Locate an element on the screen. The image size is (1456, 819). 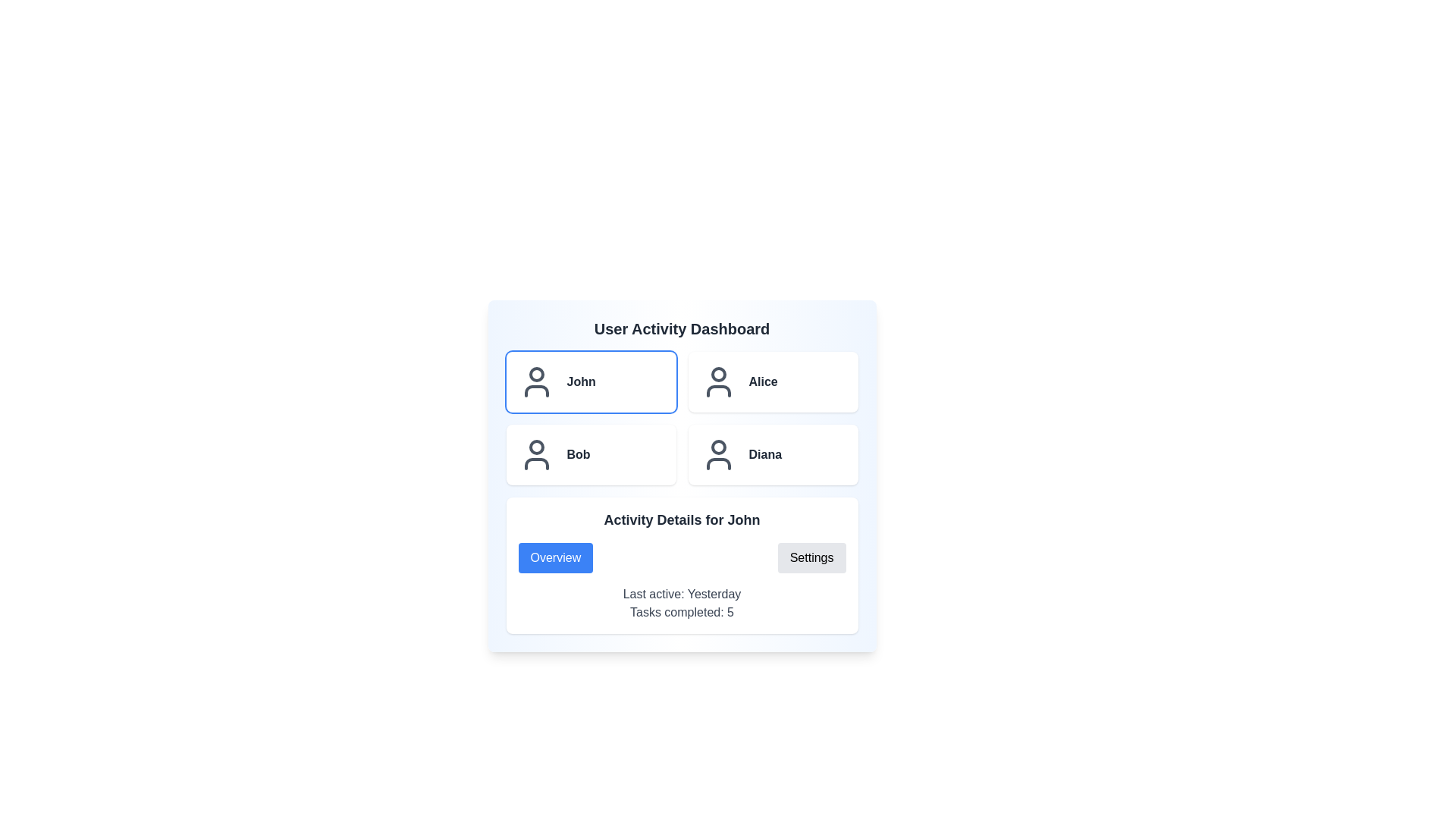
the user avatar icon representing Diana, located in the bottom-right quadrant of the dashboard above the text 'Diana' is located at coordinates (717, 454).